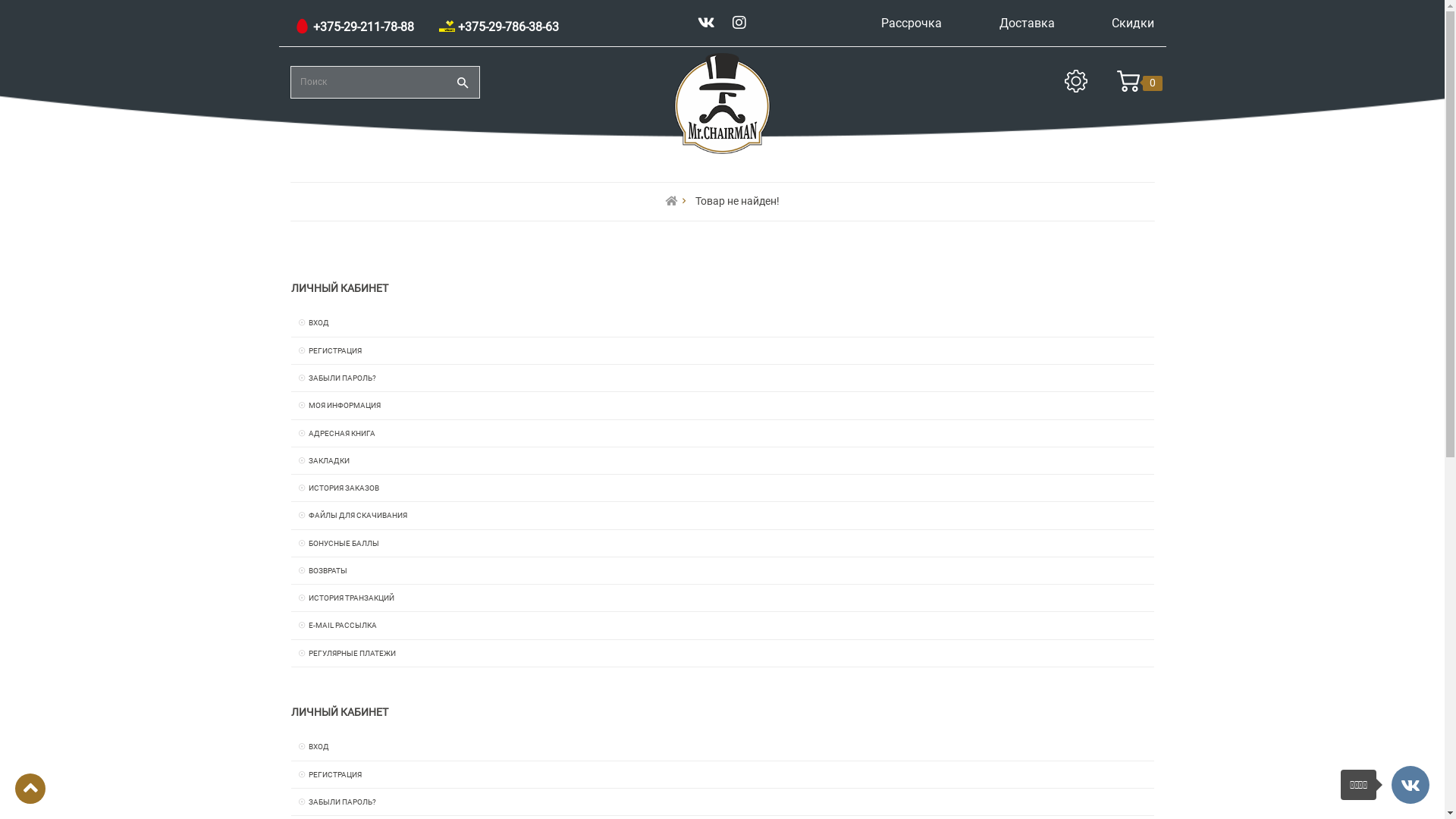  I want to click on '0', so click(1128, 83).